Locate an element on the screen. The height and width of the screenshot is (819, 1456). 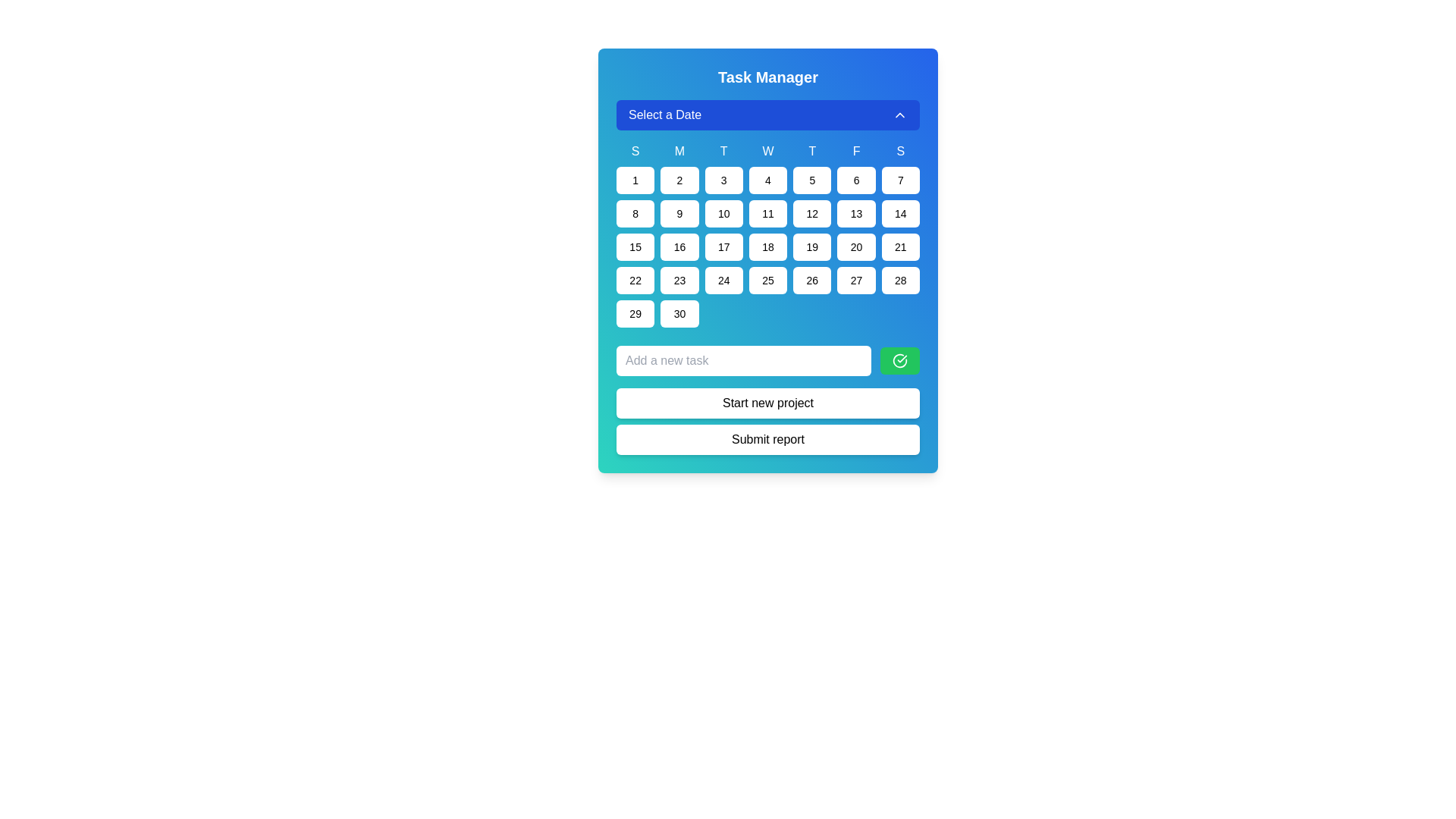
the selectable day button representing the date '24' in the calendar interface is located at coordinates (723, 281).